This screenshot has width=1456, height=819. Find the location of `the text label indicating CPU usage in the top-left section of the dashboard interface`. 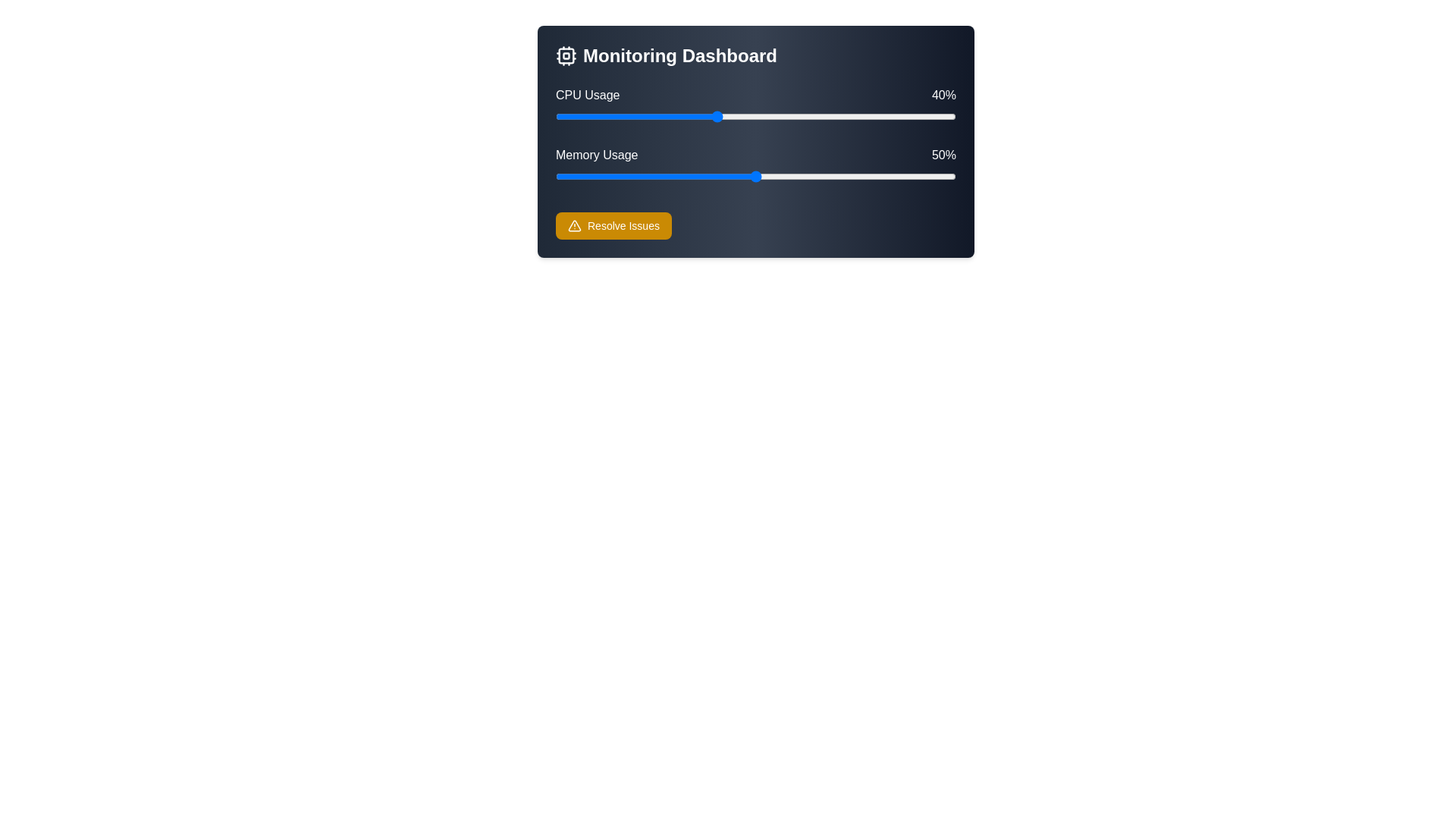

the text label indicating CPU usage in the top-left section of the dashboard interface is located at coordinates (587, 96).